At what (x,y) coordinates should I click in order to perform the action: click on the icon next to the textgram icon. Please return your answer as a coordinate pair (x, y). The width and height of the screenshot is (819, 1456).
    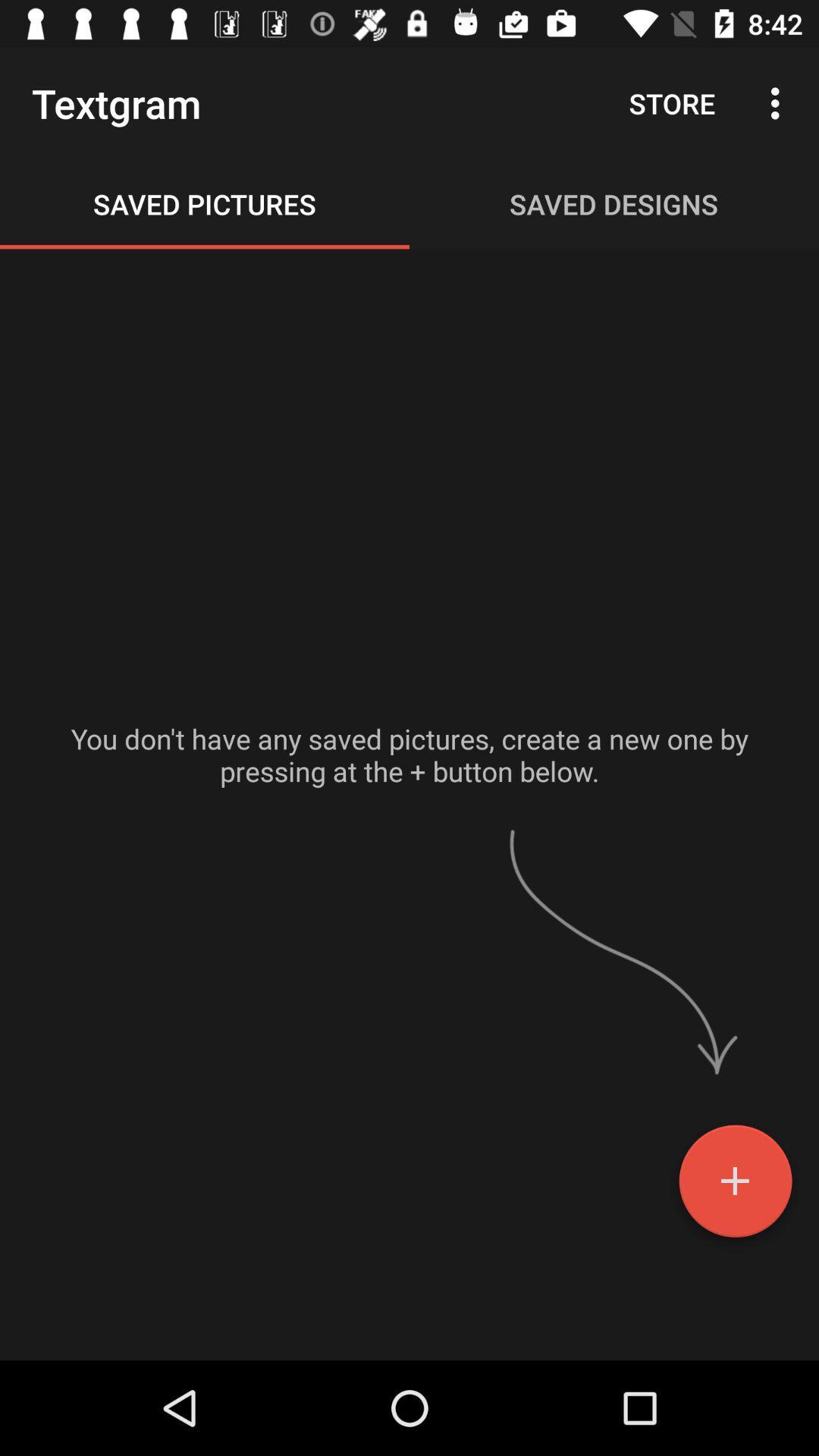
    Looking at the image, I should click on (671, 102).